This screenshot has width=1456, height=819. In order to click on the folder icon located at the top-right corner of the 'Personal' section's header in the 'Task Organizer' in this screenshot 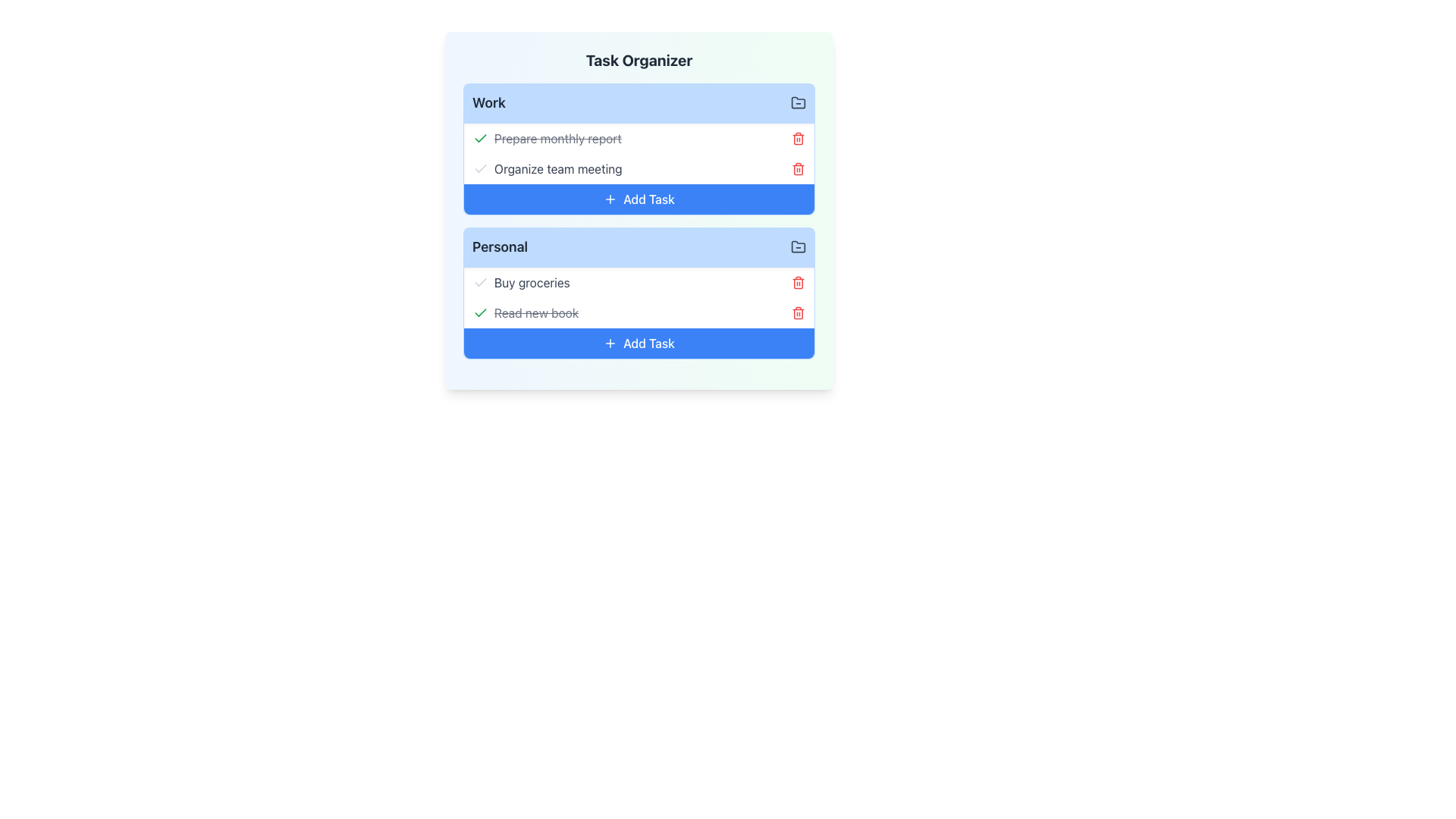, I will do `click(797, 246)`.